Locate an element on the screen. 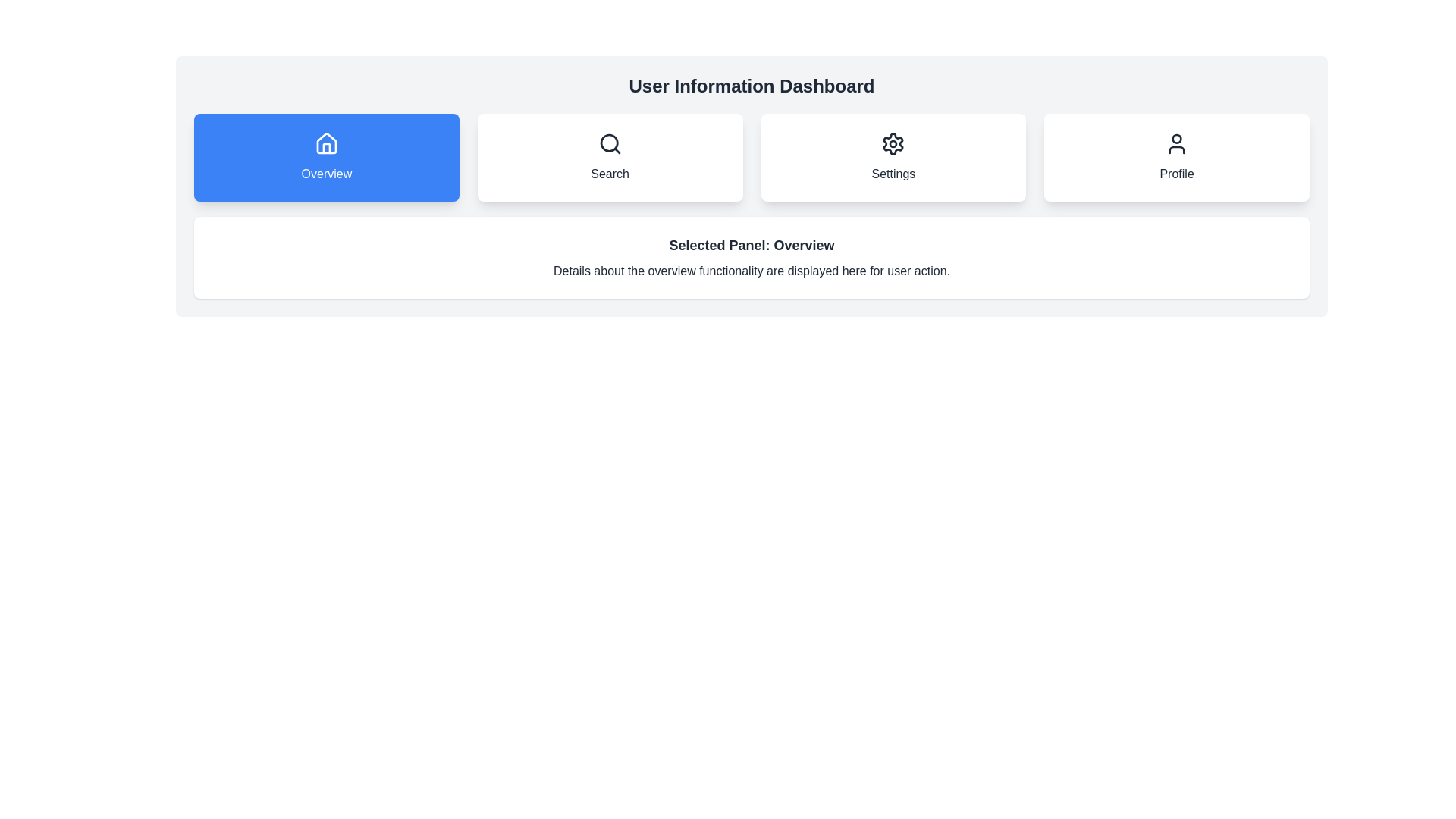 This screenshot has height=819, width=1456. the 'Overview' button containing the House icon is located at coordinates (325, 143).